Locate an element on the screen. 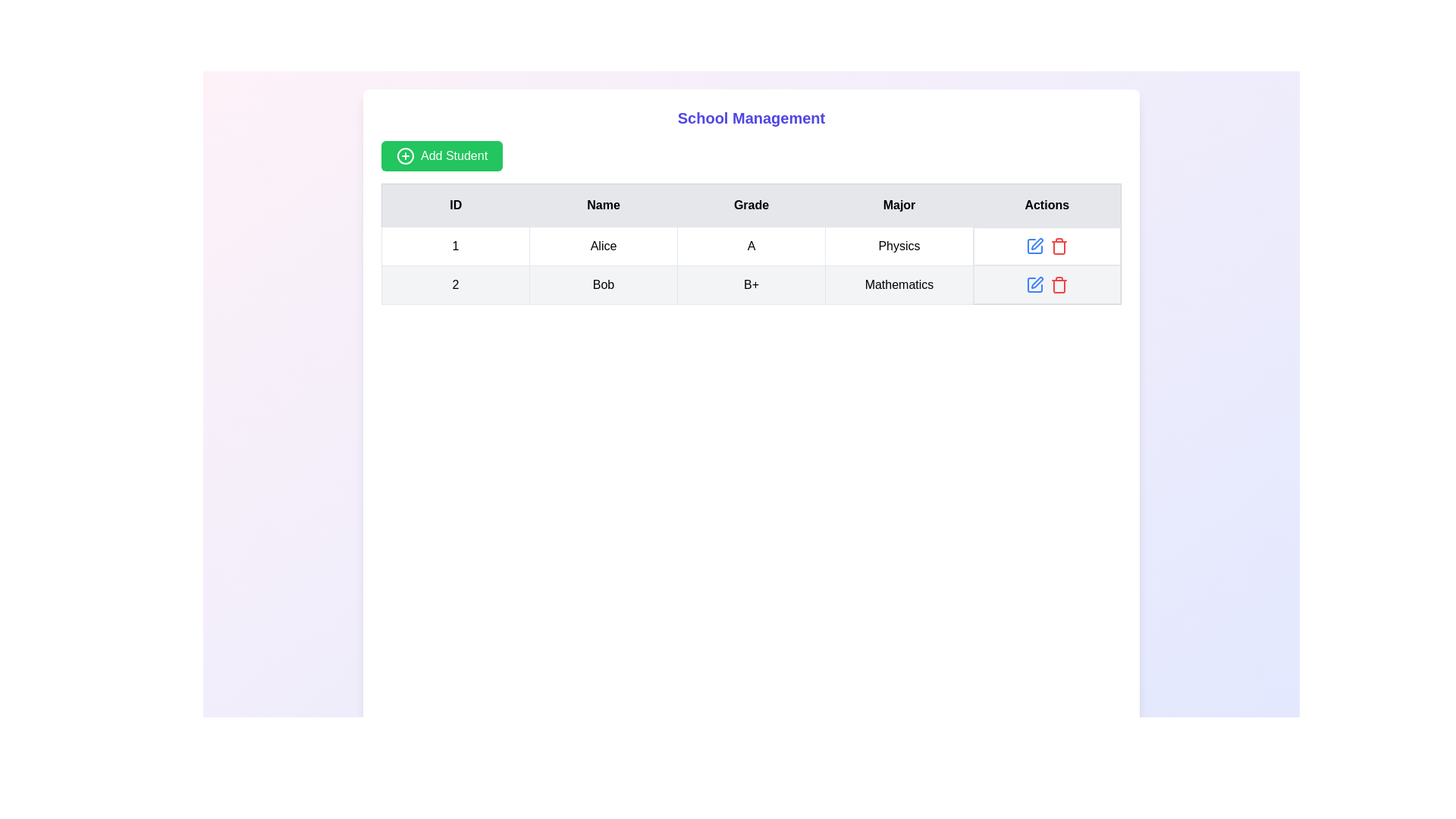  the second row of the table containing values '2', 'Bob', 'B+', 'Mathematics' is located at coordinates (751, 284).